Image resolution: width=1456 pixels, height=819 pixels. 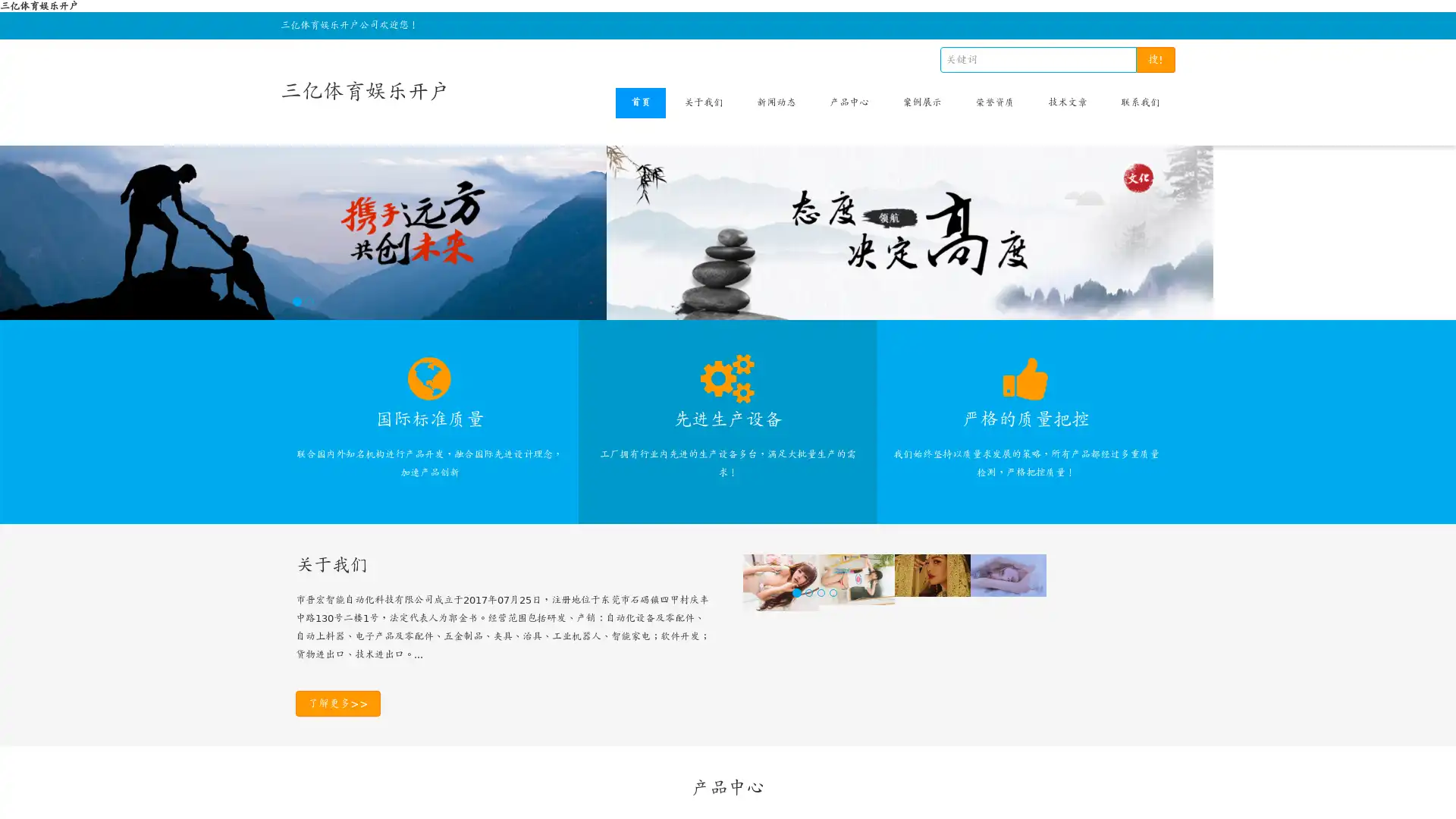 What do you see at coordinates (1155, 58) in the screenshot?
I see `!` at bounding box center [1155, 58].